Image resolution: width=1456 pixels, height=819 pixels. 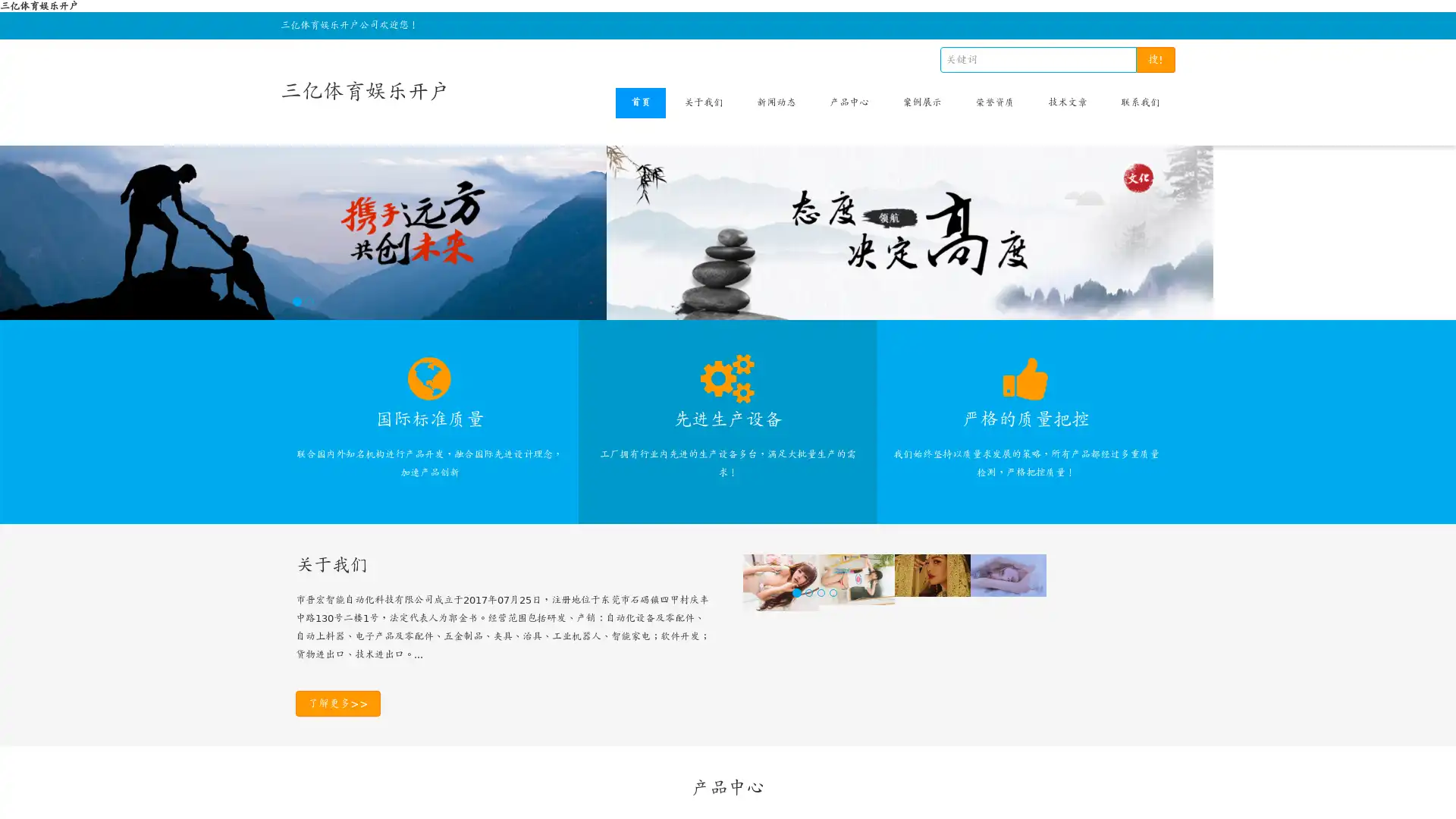 What do you see at coordinates (1155, 58) in the screenshot?
I see `!` at bounding box center [1155, 58].